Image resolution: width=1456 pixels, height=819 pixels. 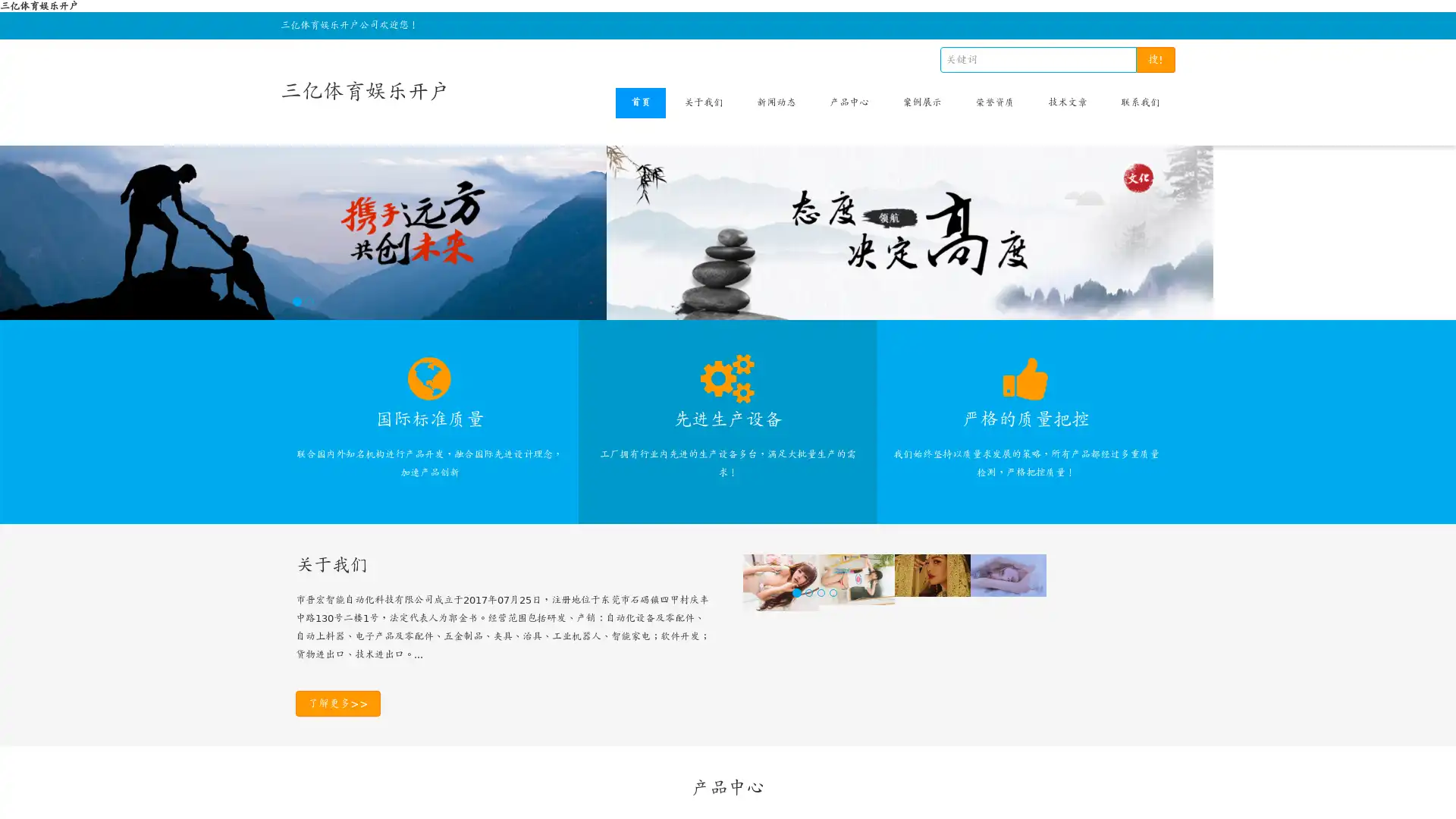 What do you see at coordinates (1155, 58) in the screenshot?
I see `!` at bounding box center [1155, 58].